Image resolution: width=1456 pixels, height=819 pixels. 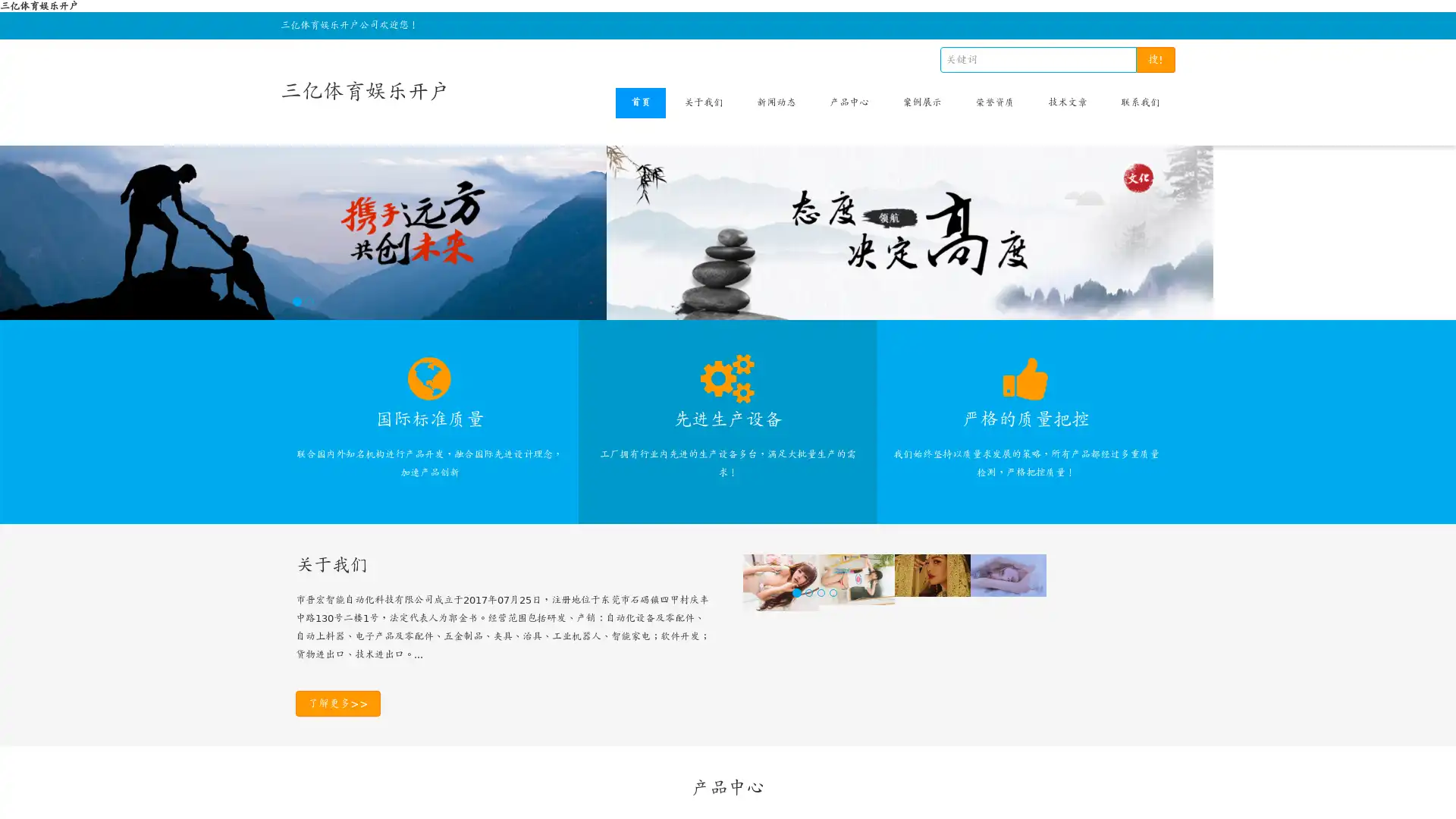 What do you see at coordinates (1155, 58) in the screenshot?
I see `!` at bounding box center [1155, 58].